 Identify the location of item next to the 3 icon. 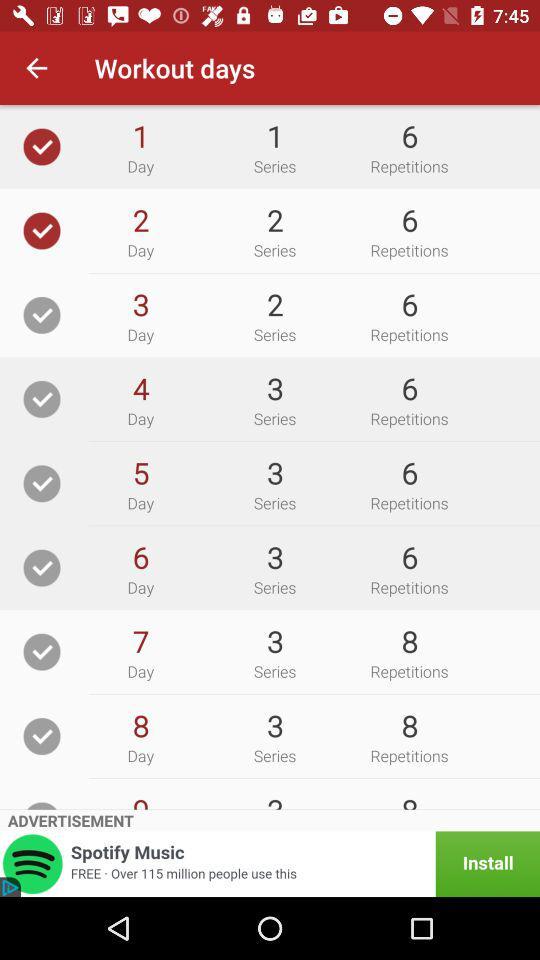
(139, 473).